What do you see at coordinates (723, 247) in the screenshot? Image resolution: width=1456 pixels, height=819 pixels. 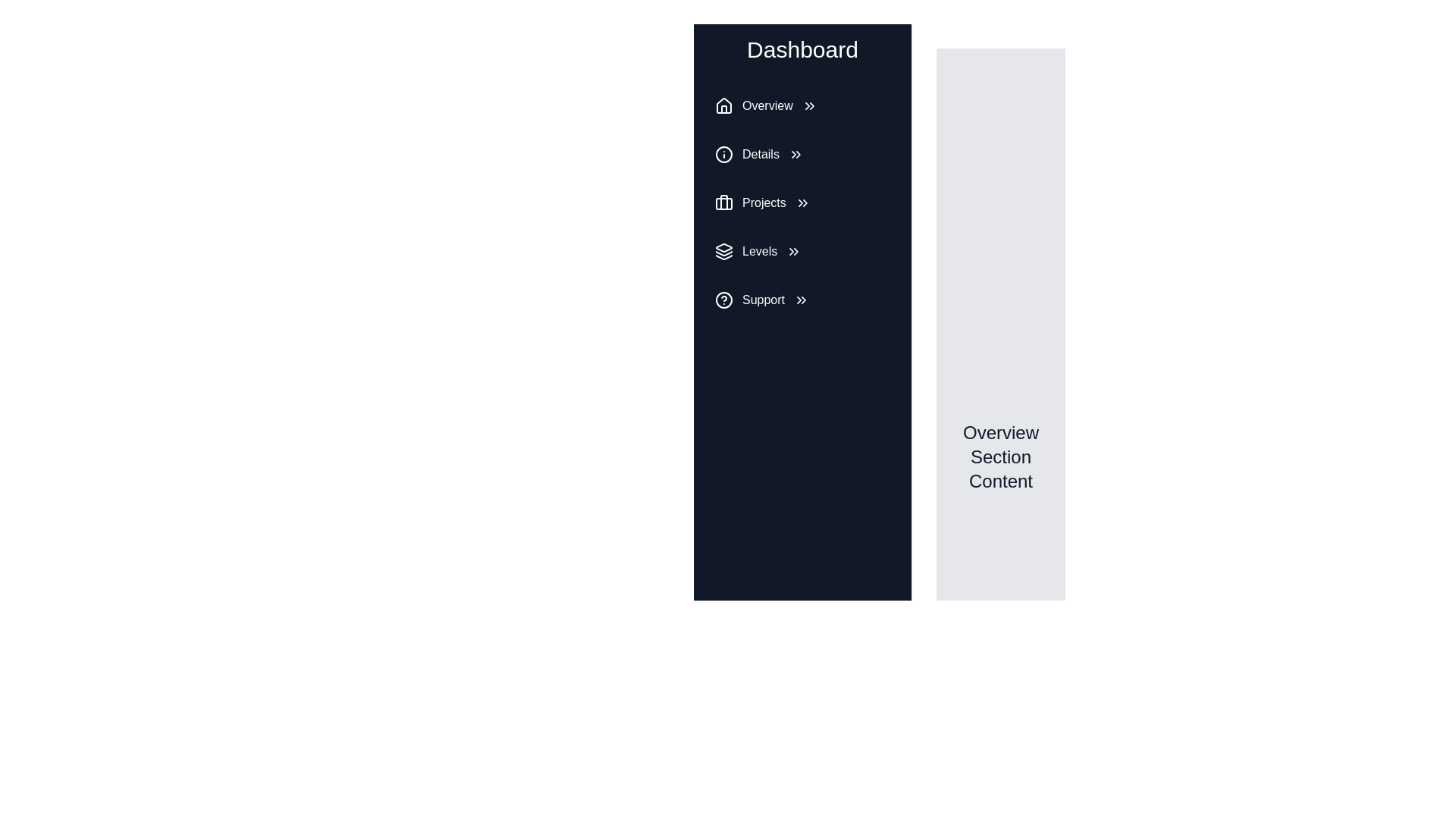 I see `the 'Levels' menu icon, which is the uppermost part of a three-part layered icon located in the sidebar` at bounding box center [723, 247].